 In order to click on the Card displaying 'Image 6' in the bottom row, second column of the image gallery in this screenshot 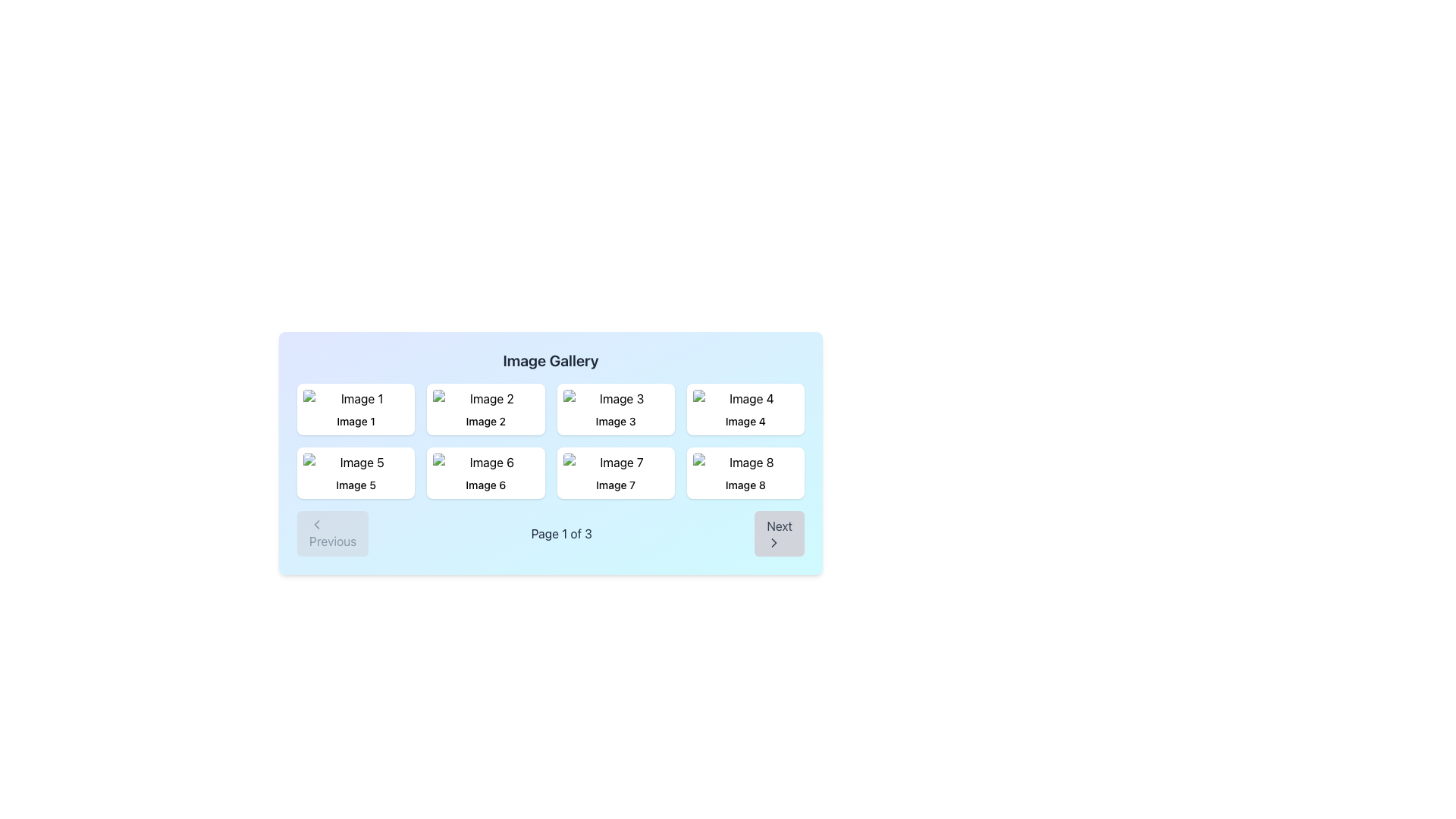, I will do `click(485, 472)`.